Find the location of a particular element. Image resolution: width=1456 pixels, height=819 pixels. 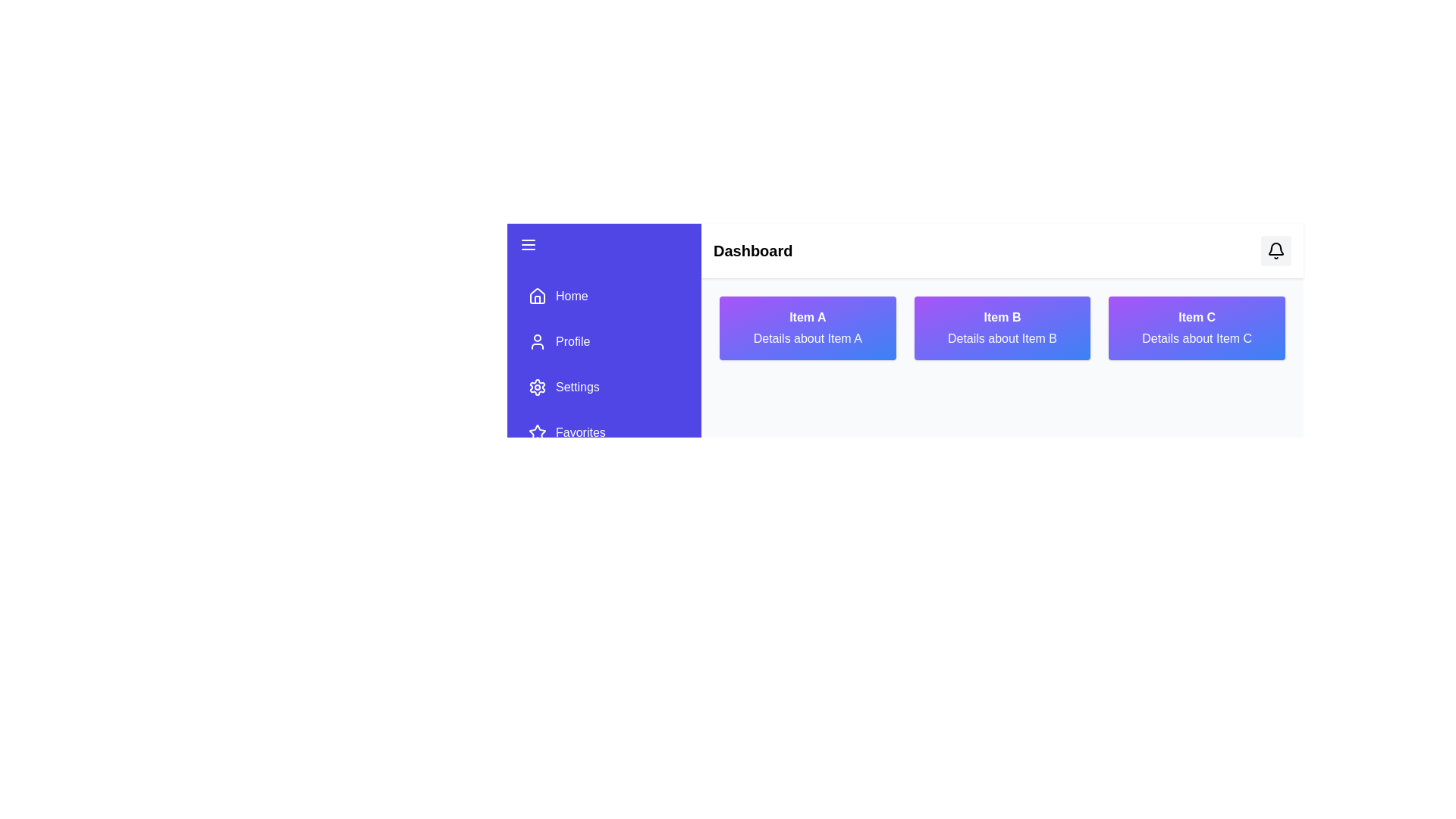

the 'Profile' icon in the vertical navigation menu is located at coordinates (538, 342).